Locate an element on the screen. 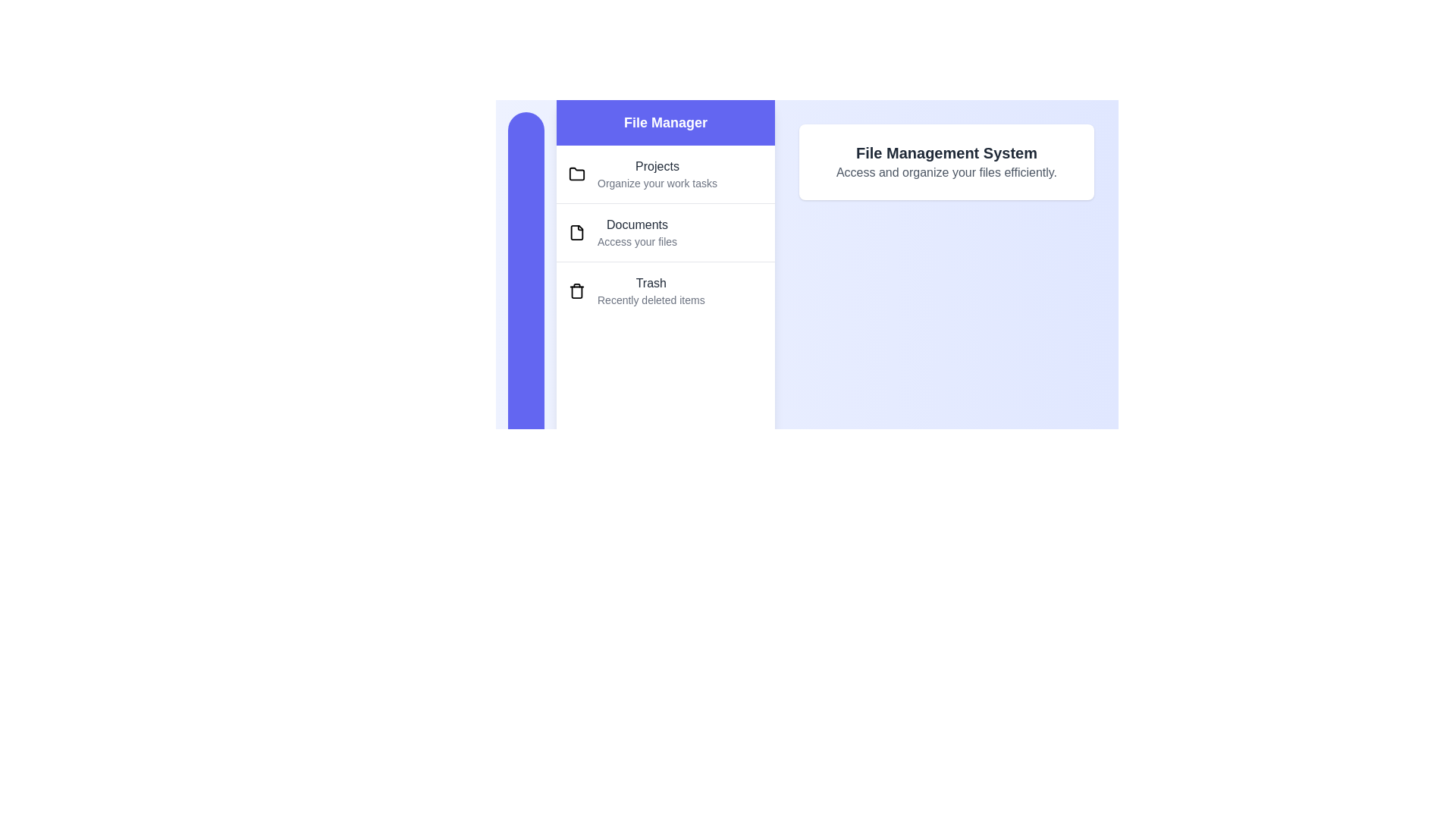  the main content area to focus on it is located at coordinates (946, 162).